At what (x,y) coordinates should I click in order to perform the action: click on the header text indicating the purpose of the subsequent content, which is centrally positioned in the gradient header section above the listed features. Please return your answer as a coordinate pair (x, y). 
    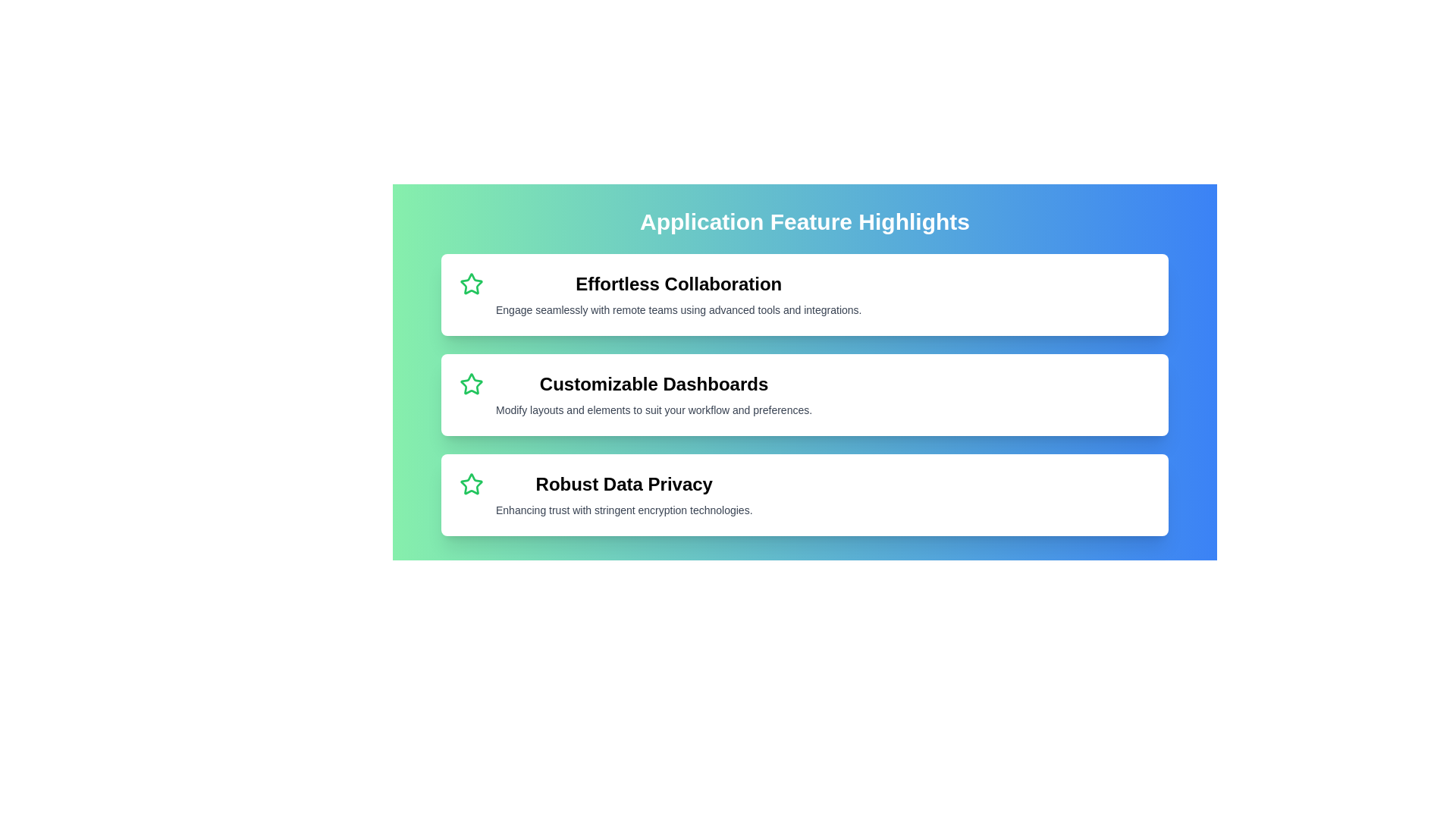
    Looking at the image, I should click on (804, 222).